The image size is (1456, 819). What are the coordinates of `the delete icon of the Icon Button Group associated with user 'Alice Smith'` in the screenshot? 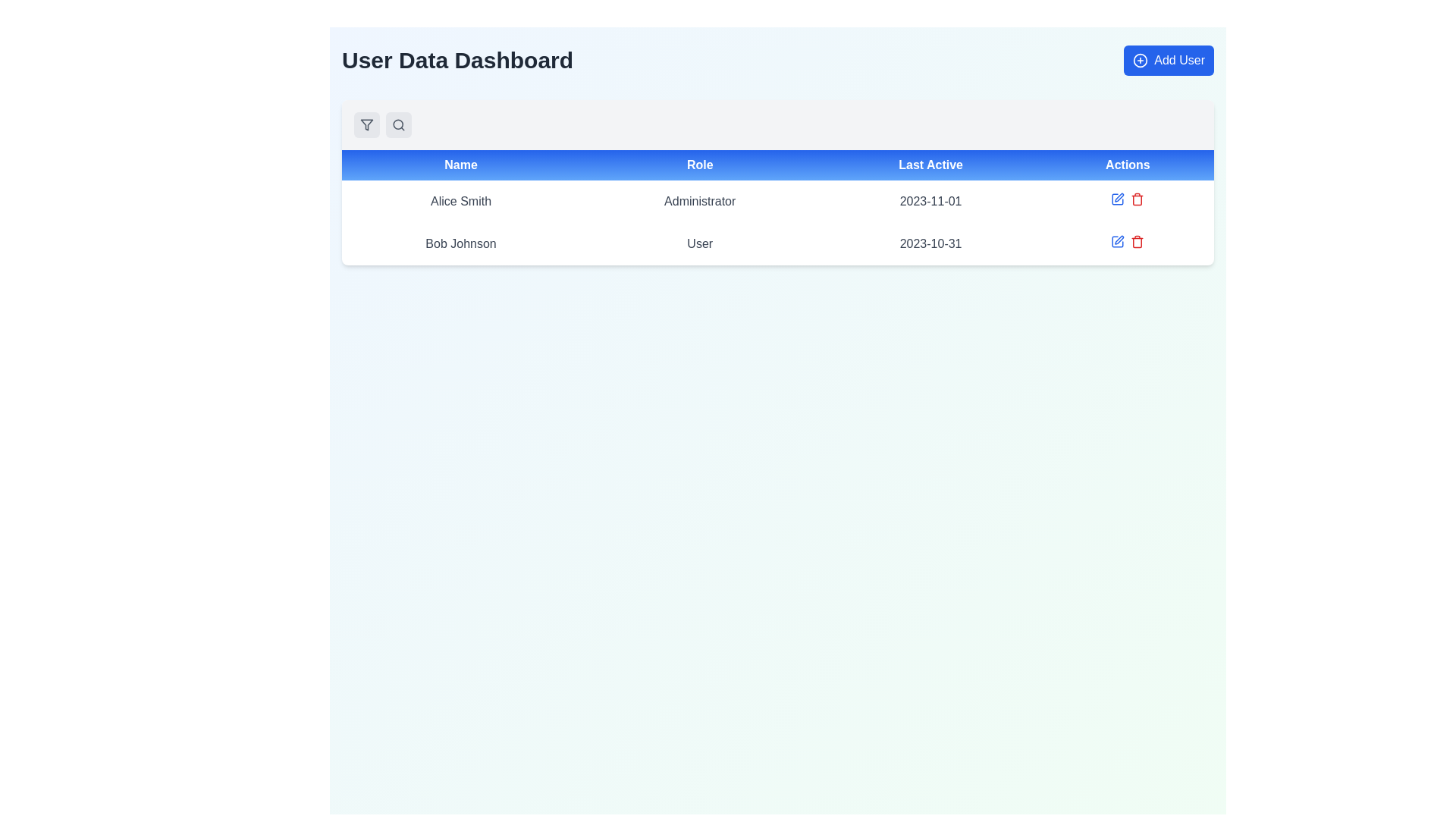 It's located at (1128, 198).